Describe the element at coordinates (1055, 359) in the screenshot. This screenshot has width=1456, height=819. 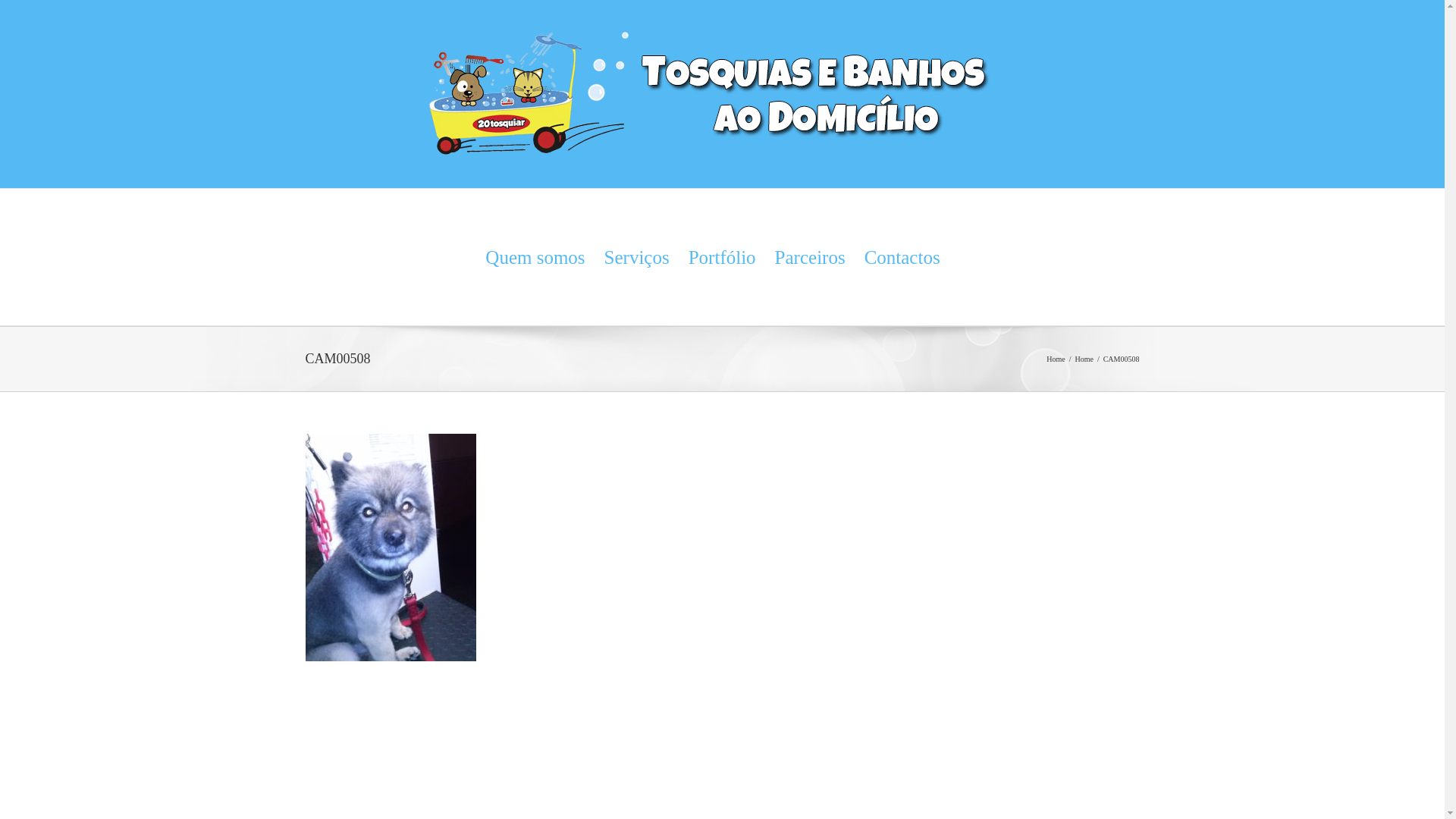
I see `'Home'` at that location.